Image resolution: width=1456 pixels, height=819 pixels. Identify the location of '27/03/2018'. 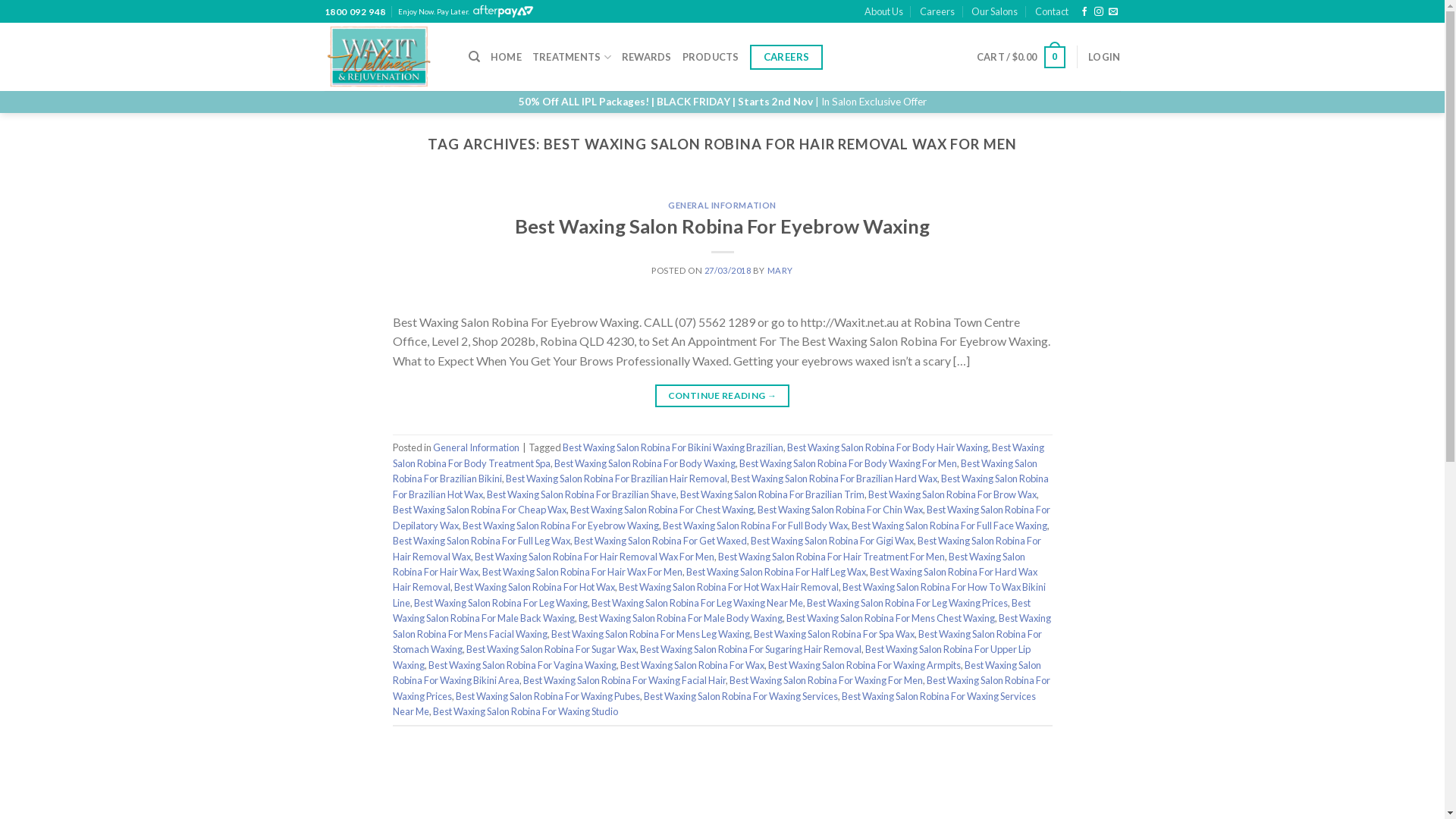
(728, 269).